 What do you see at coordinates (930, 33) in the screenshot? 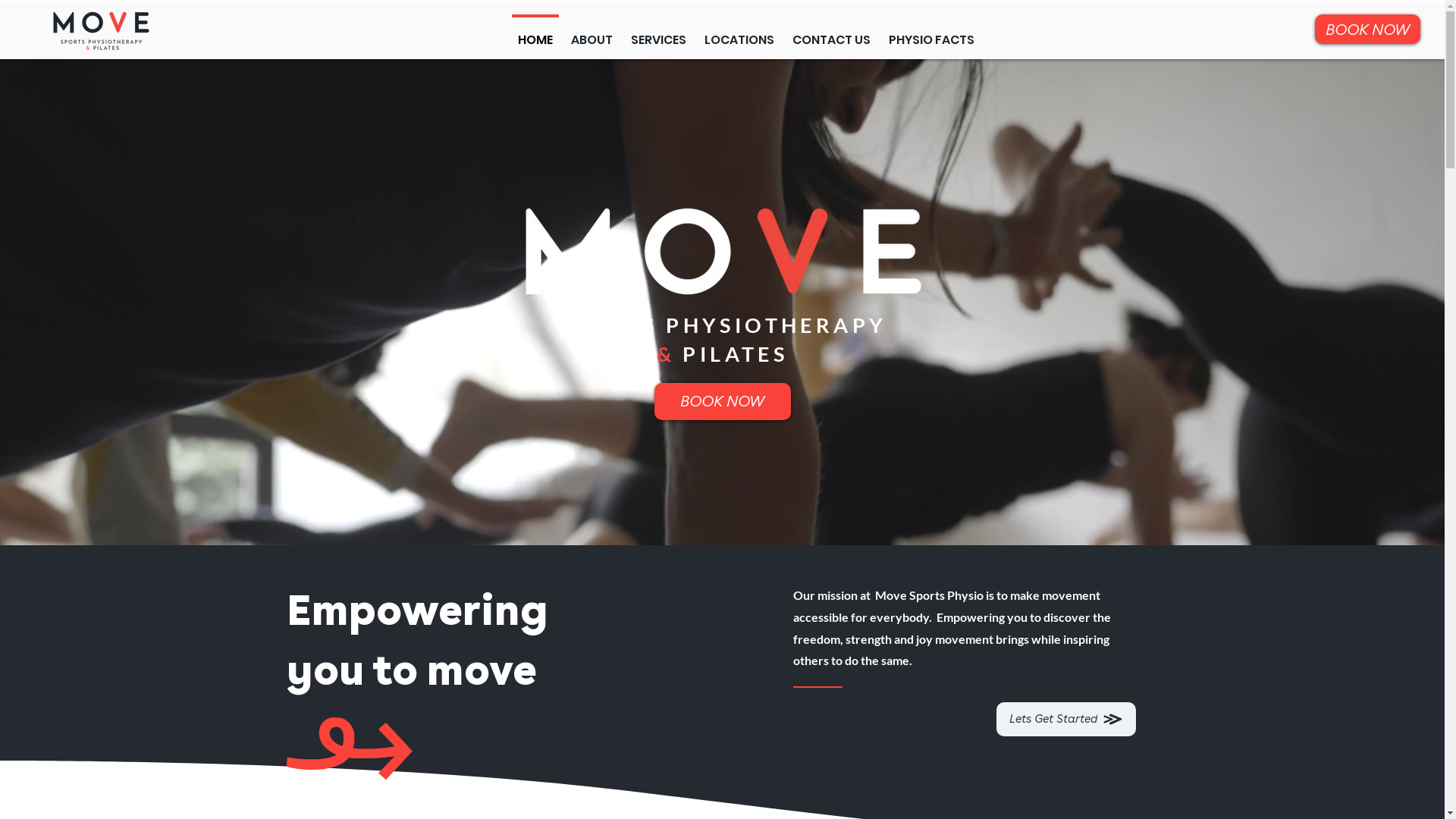
I see `'PHYSIO FACTS'` at bounding box center [930, 33].